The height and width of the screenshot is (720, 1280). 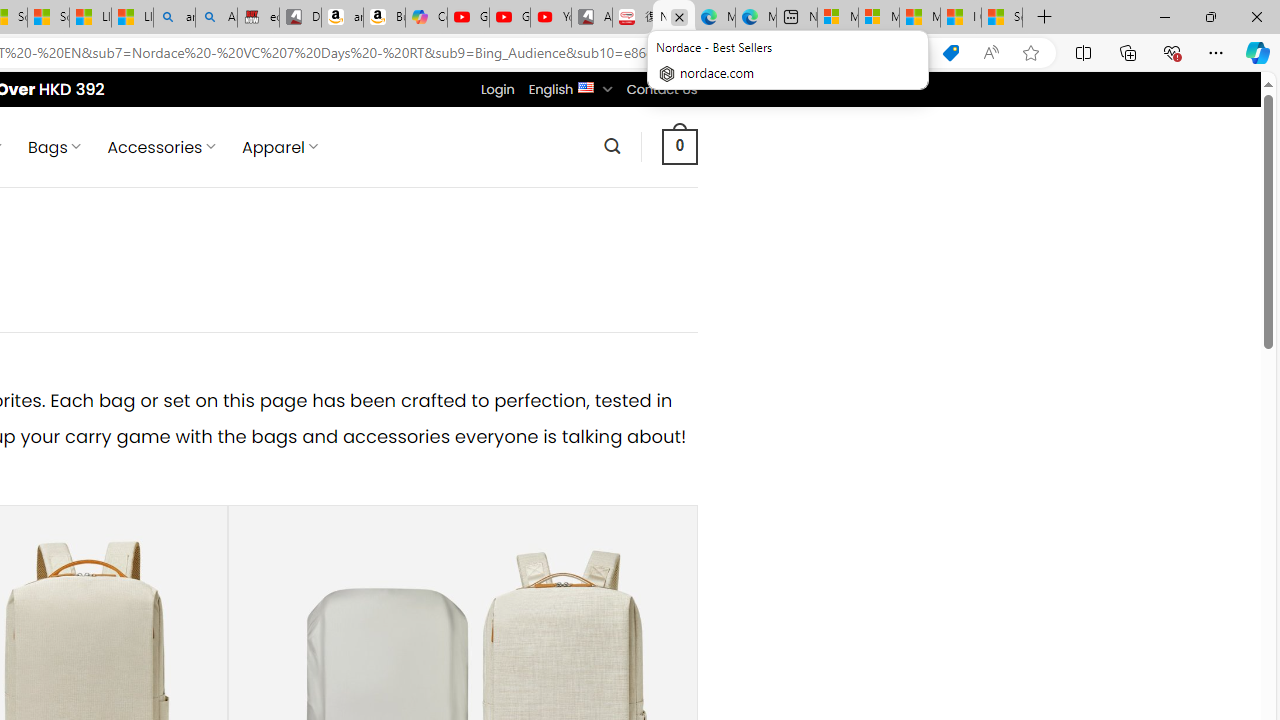 I want to click on 'Search', so click(x=611, y=145).